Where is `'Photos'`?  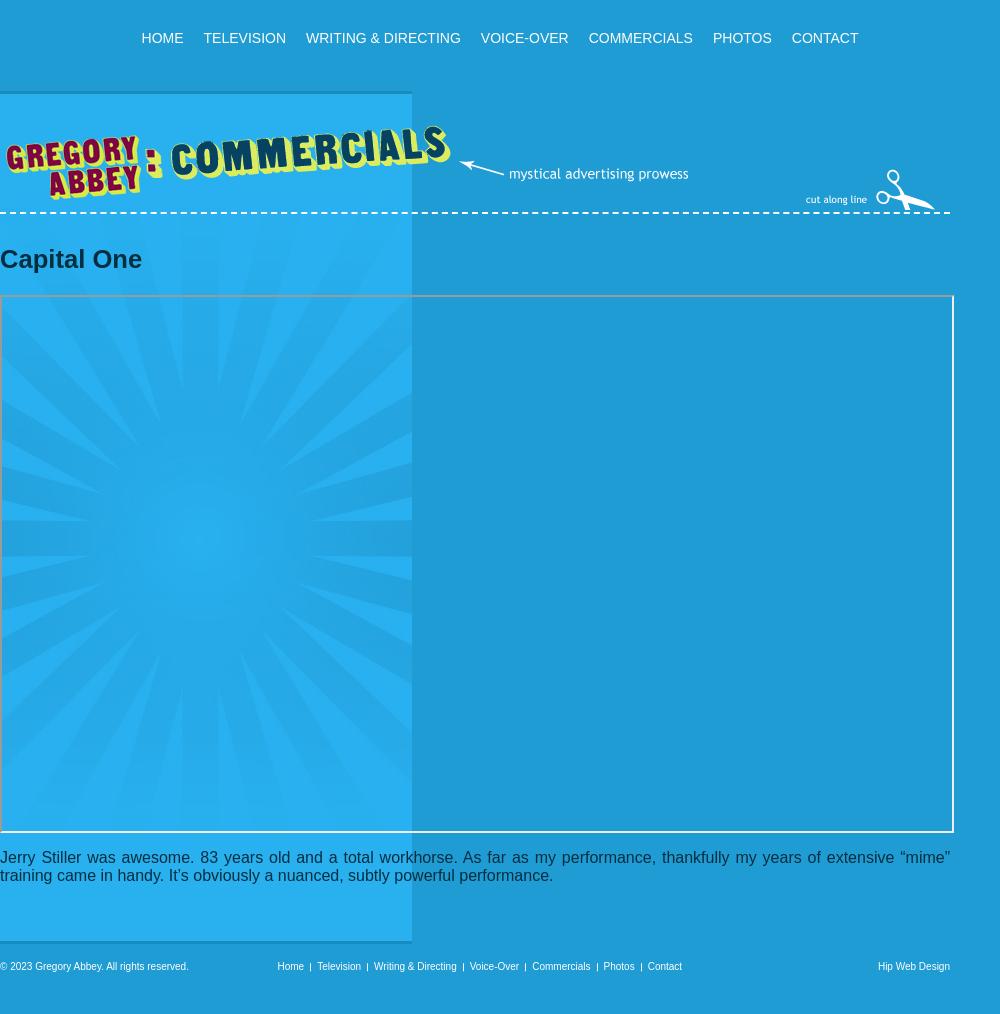 'Photos' is located at coordinates (740, 37).